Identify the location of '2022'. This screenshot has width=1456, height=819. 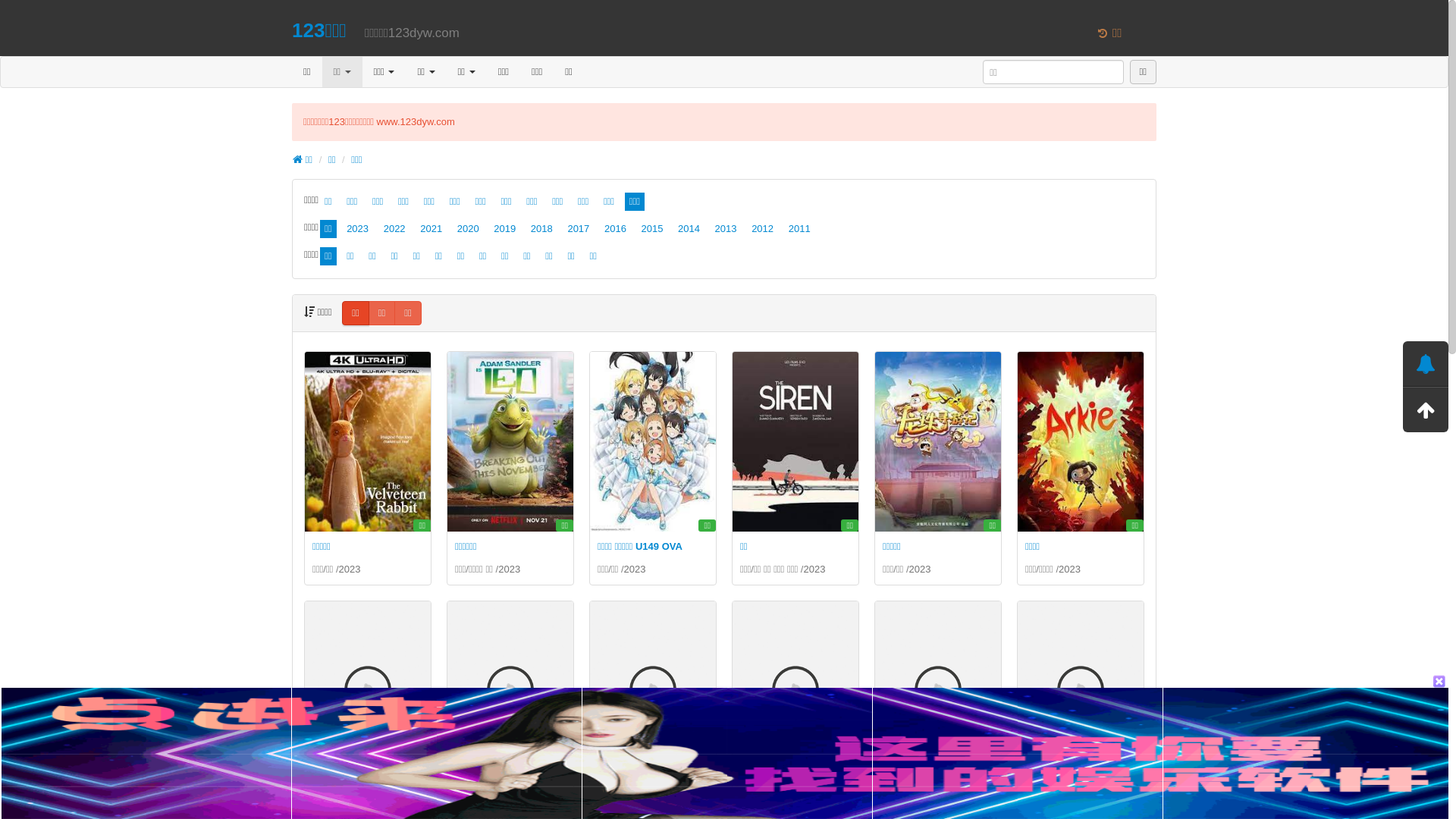
(394, 228).